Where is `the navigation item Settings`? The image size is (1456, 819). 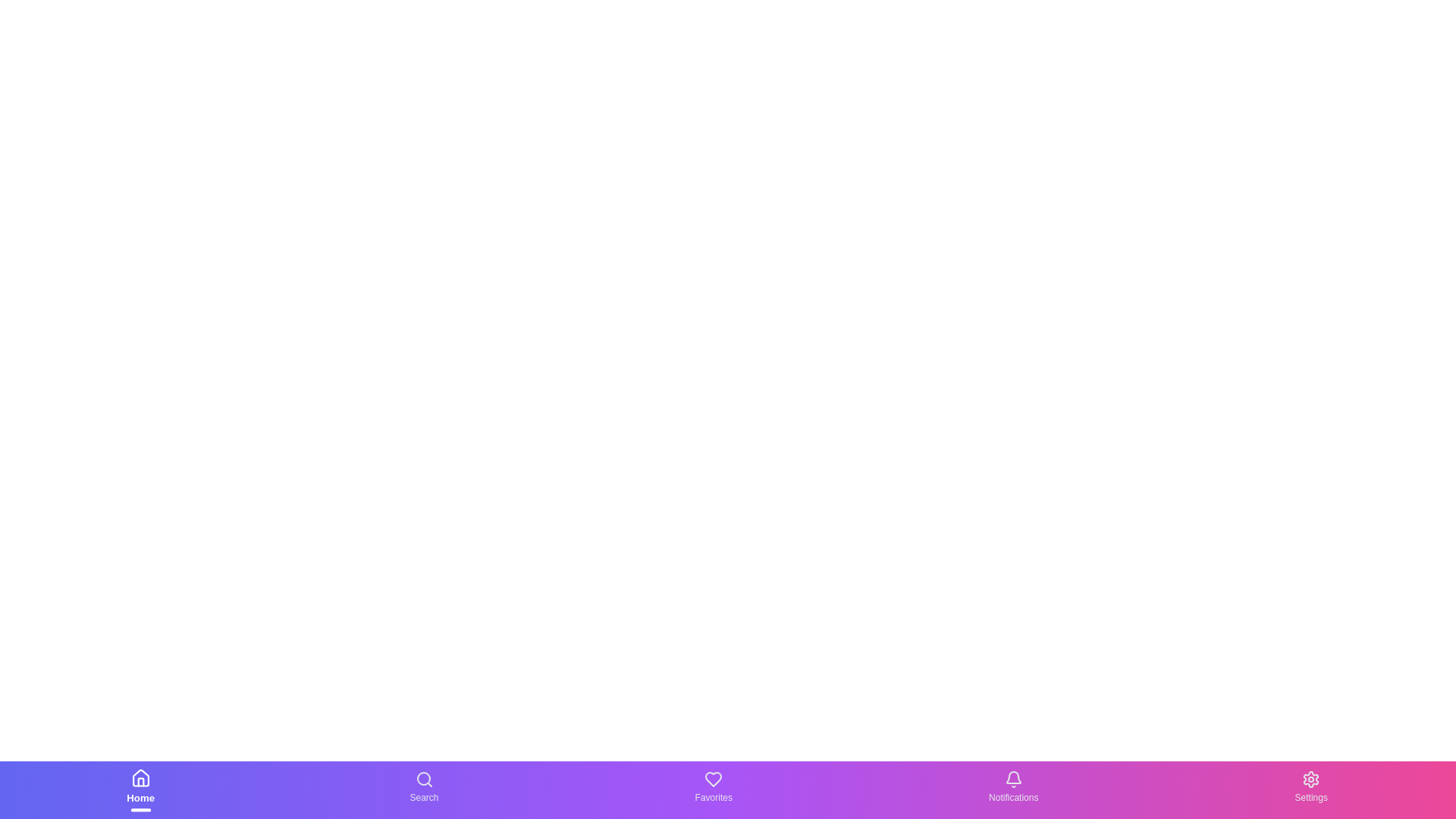 the navigation item Settings is located at coordinates (1310, 789).